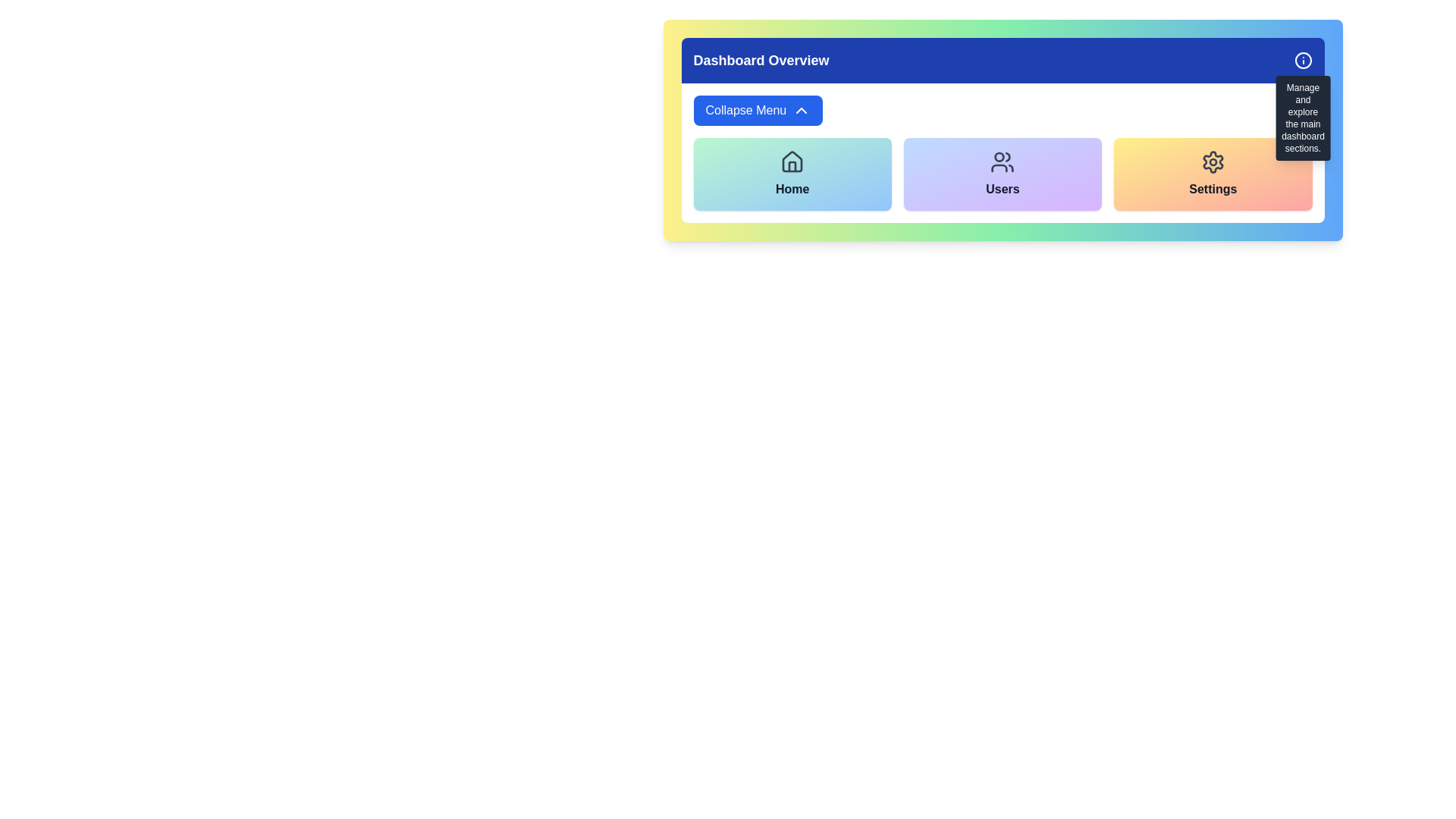 This screenshot has height=819, width=1456. Describe the element at coordinates (1302, 117) in the screenshot. I see `the tooltip with dark gray background and white text that reads 'Manage and explore the main dashboard sections.'` at that location.